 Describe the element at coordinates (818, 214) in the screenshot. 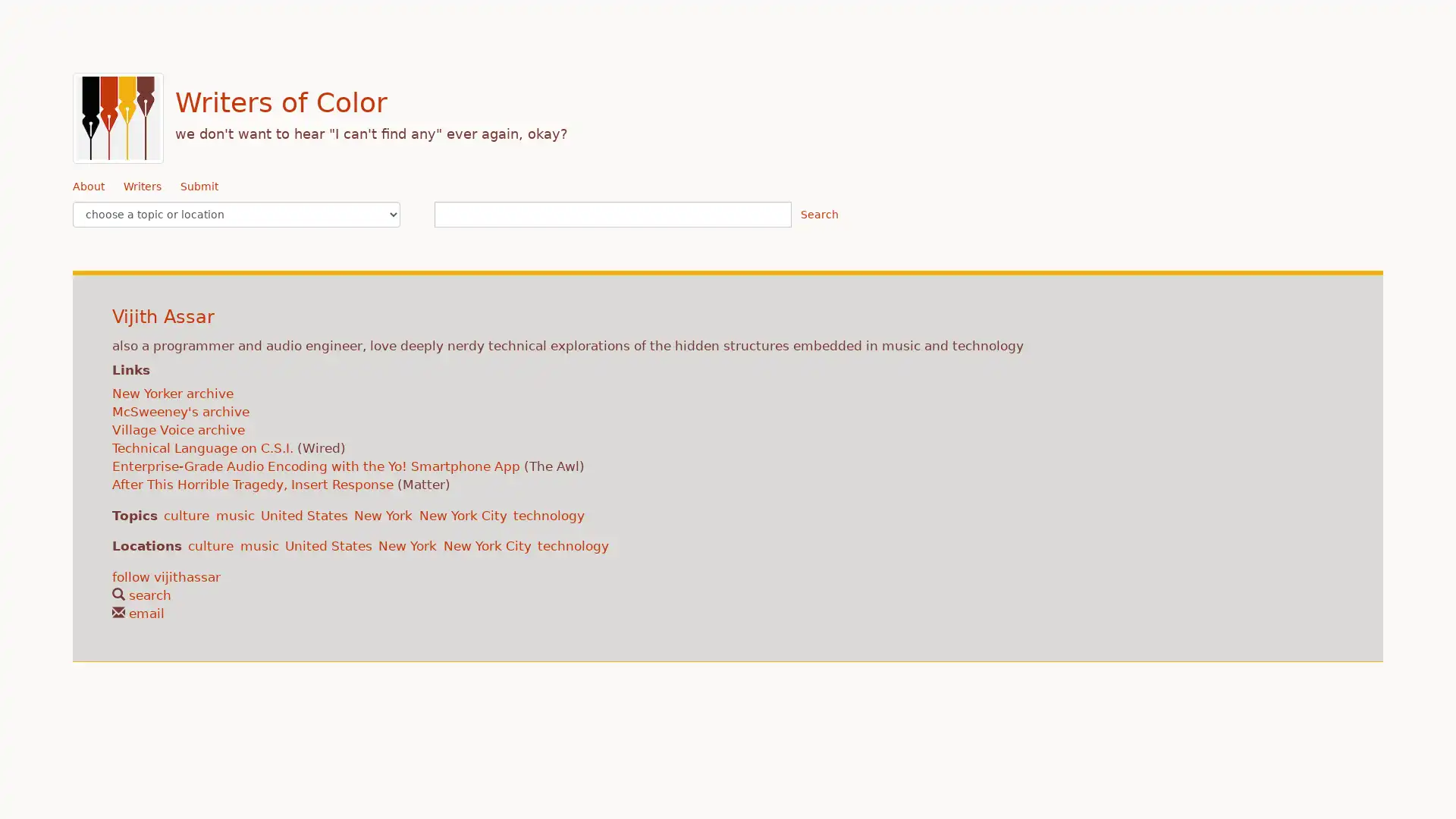

I see `Search` at that location.